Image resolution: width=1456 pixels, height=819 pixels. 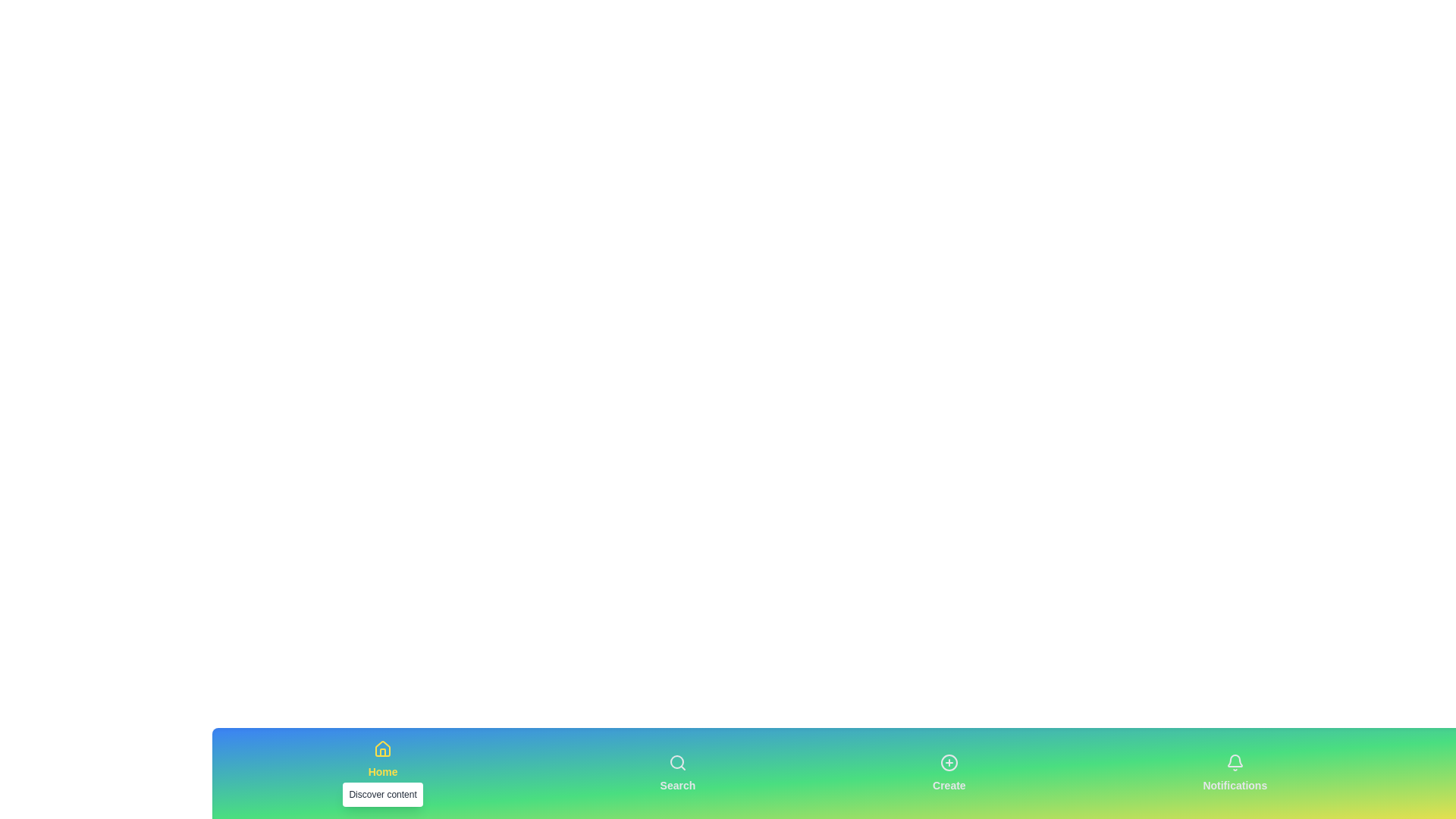 What do you see at coordinates (382, 773) in the screenshot?
I see `the Home tab in the bottom navigation bar` at bounding box center [382, 773].